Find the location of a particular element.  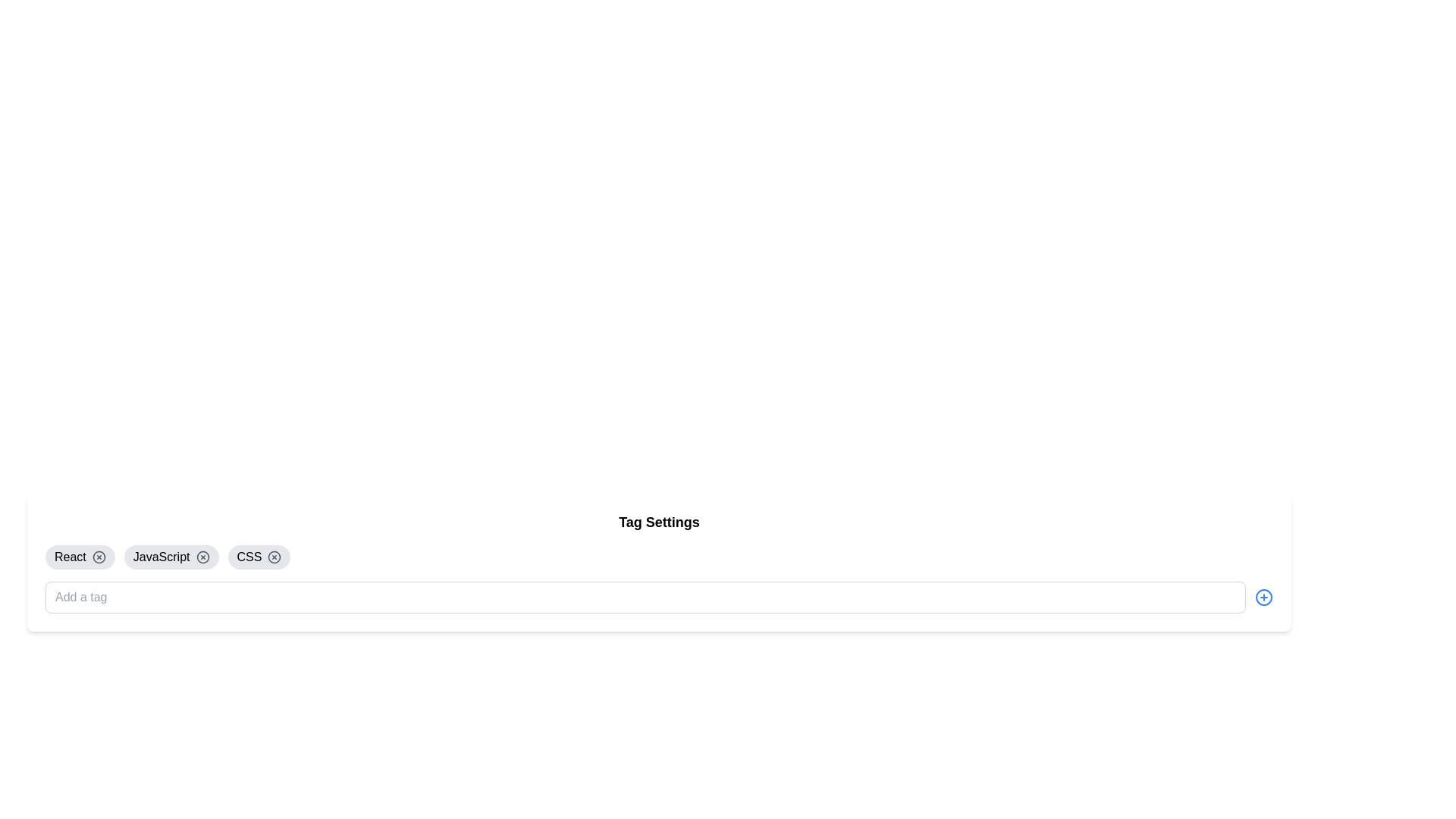

the delete icon button located to the right of the 'React' text is located at coordinates (98, 557).